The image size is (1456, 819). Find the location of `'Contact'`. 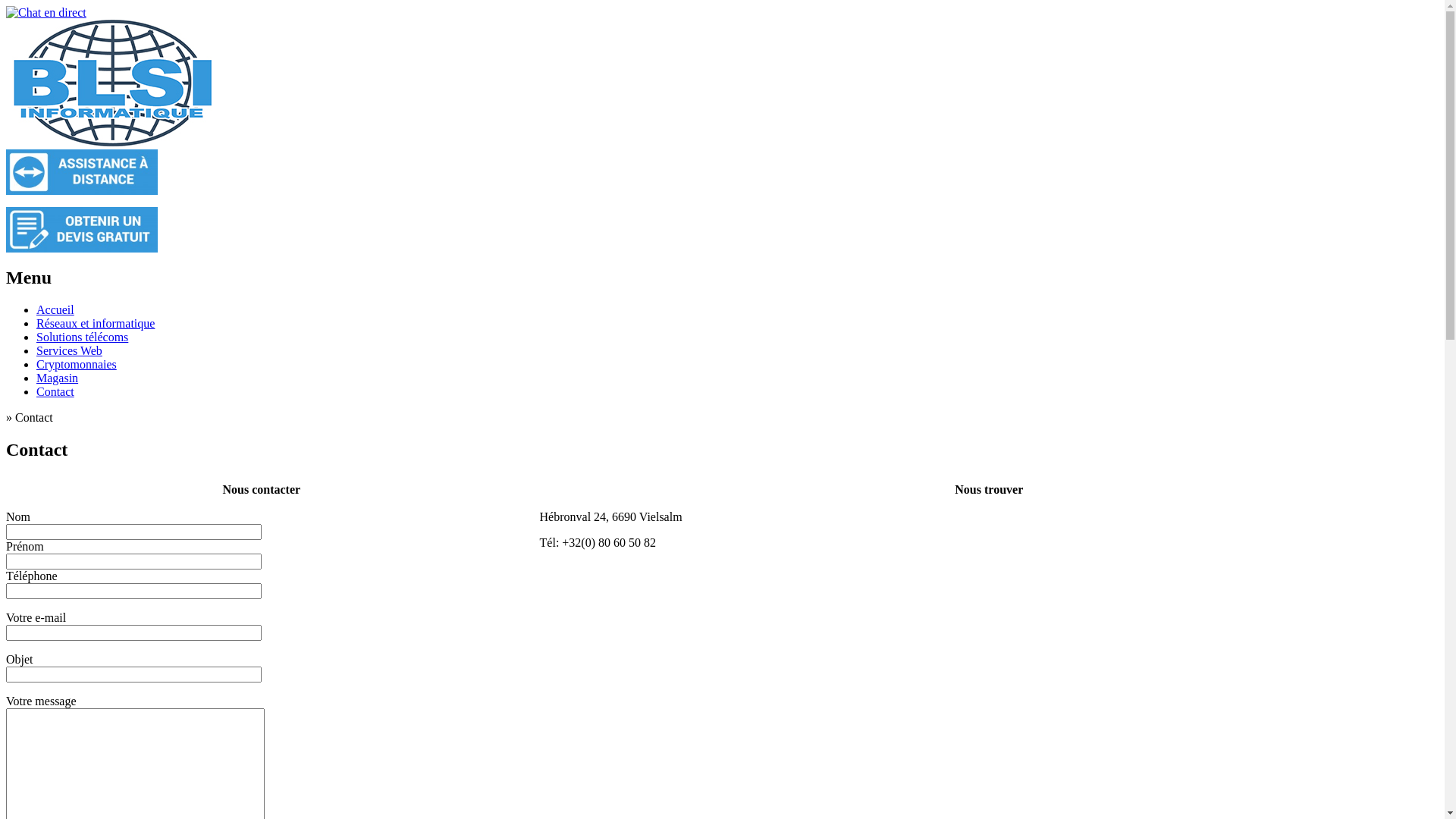

'Contact' is located at coordinates (55, 391).